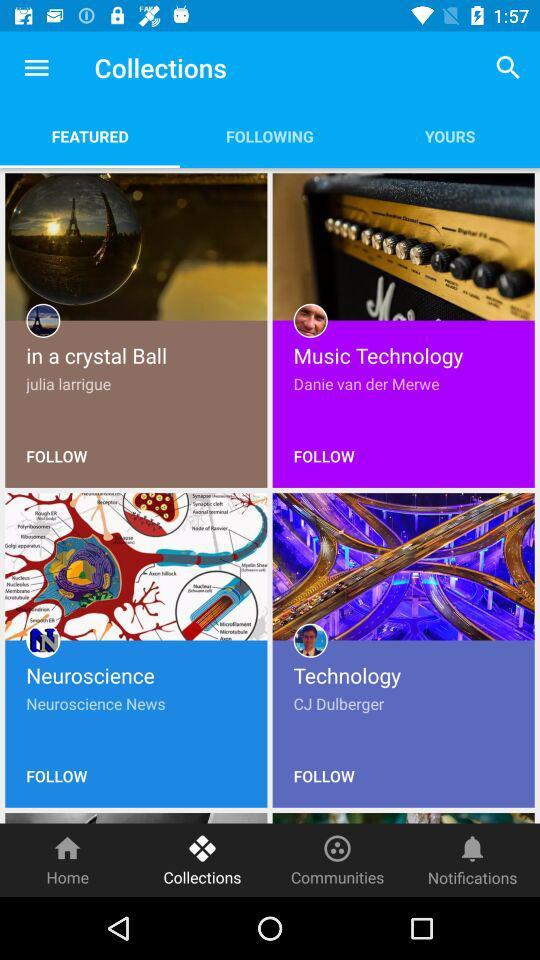 The width and height of the screenshot is (540, 960). Describe the element at coordinates (508, 67) in the screenshot. I see `the app next to following item` at that location.